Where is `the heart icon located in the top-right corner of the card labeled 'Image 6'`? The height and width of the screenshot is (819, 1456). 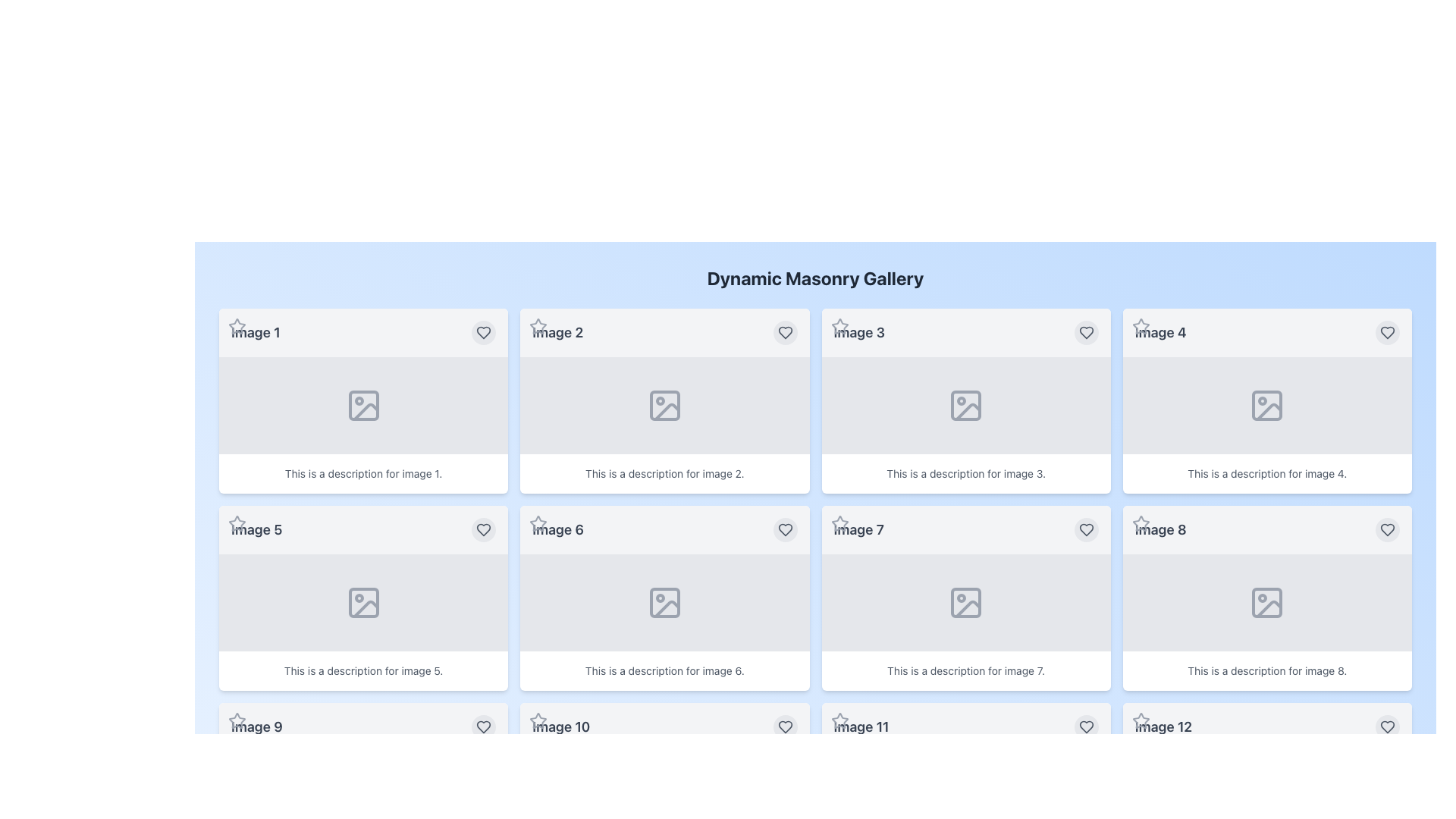
the heart icon located in the top-right corner of the card labeled 'Image 6' is located at coordinates (785, 529).